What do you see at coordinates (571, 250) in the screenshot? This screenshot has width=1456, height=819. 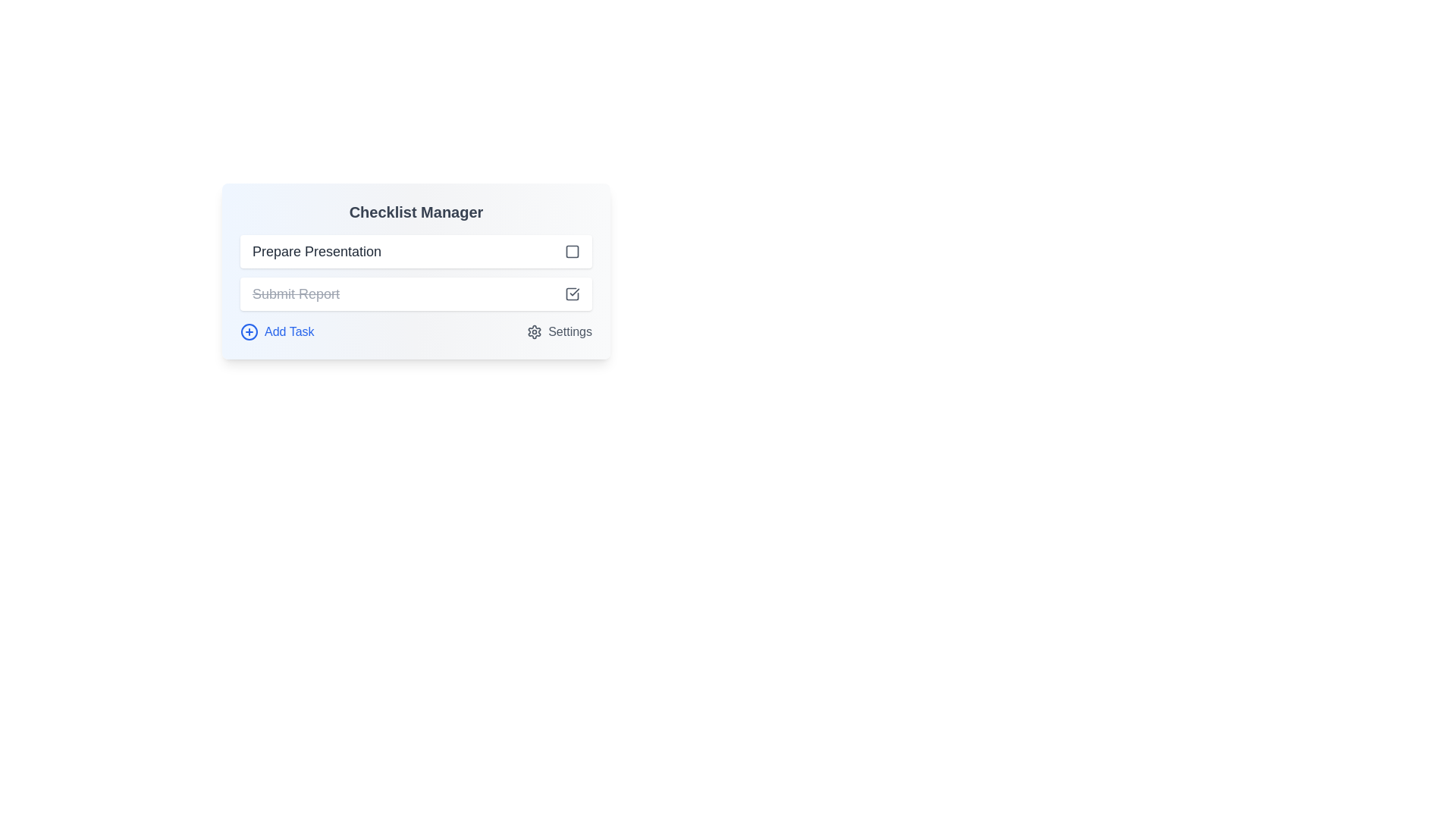 I see `the Decorative component within the icon located to the right of the 'Prepare Presentation' text entry field in the checklist interface` at bounding box center [571, 250].